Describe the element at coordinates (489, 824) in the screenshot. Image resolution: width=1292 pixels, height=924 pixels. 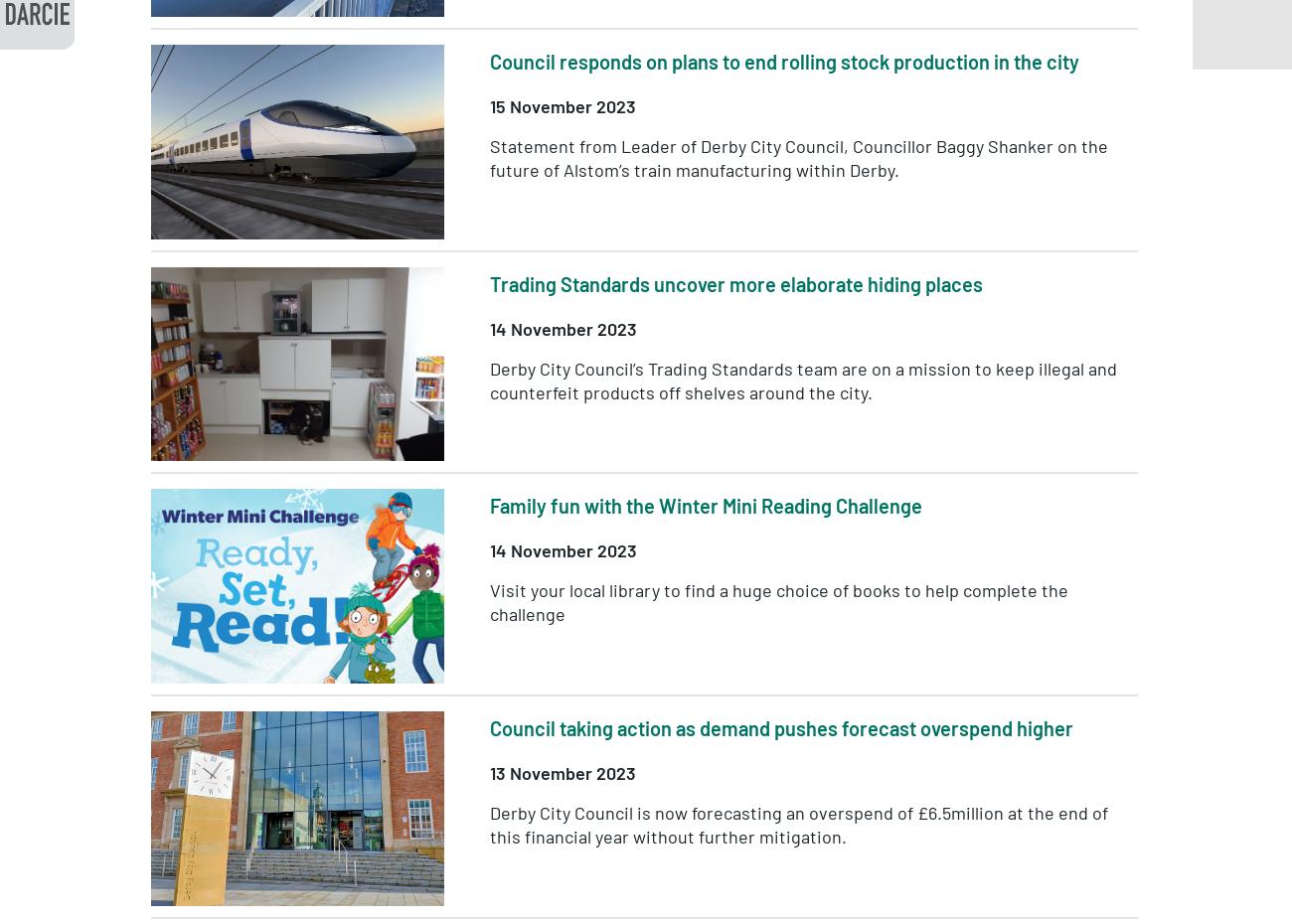
I see `'Derby City Council is now forecasting an overspend of £6.5million at the end of this financial year without further mitigation.'` at that location.